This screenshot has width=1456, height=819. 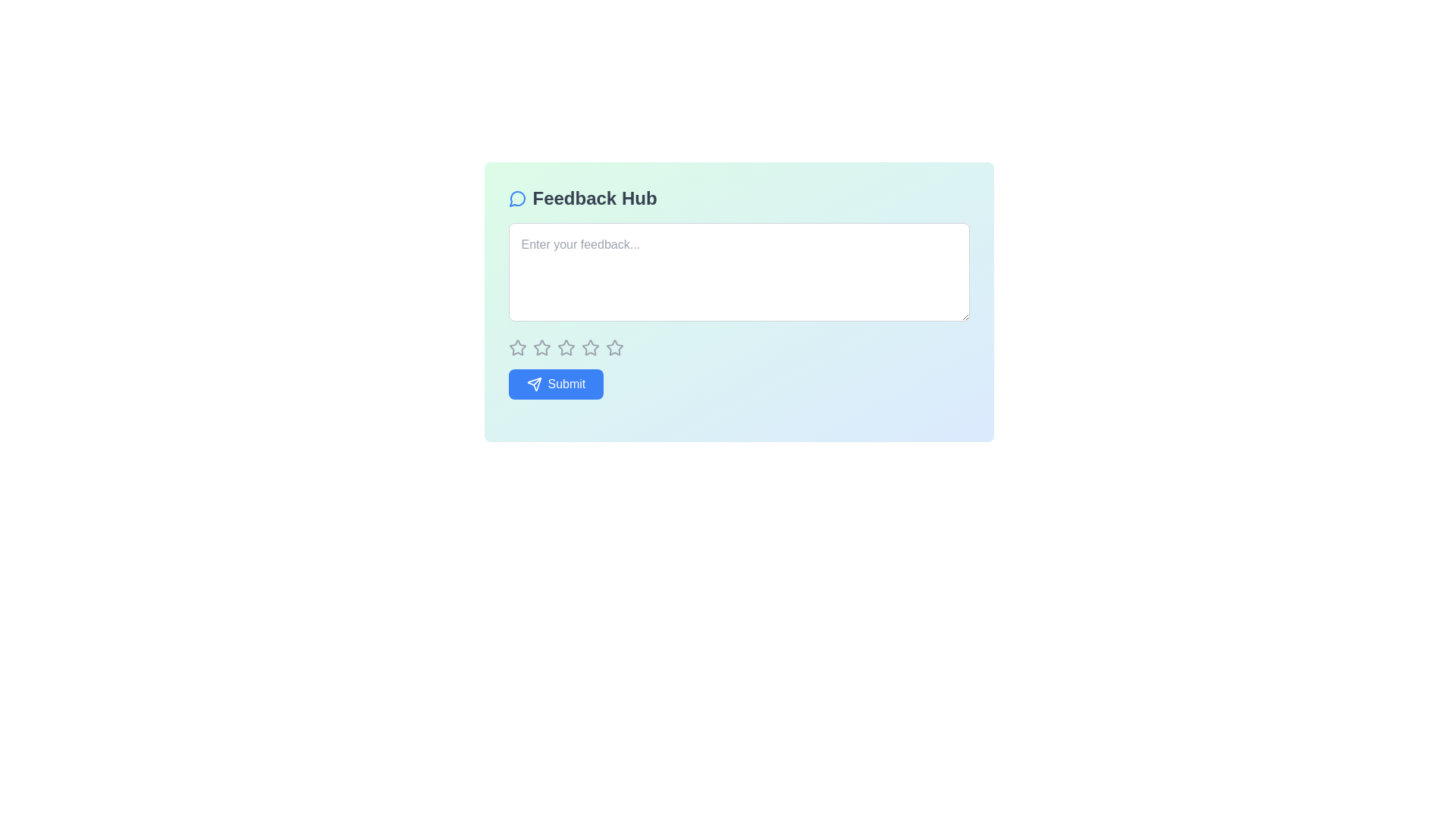 I want to click on the first rating star, which is a gray outline star icon in a horizontal group of 5, so click(x=517, y=348).